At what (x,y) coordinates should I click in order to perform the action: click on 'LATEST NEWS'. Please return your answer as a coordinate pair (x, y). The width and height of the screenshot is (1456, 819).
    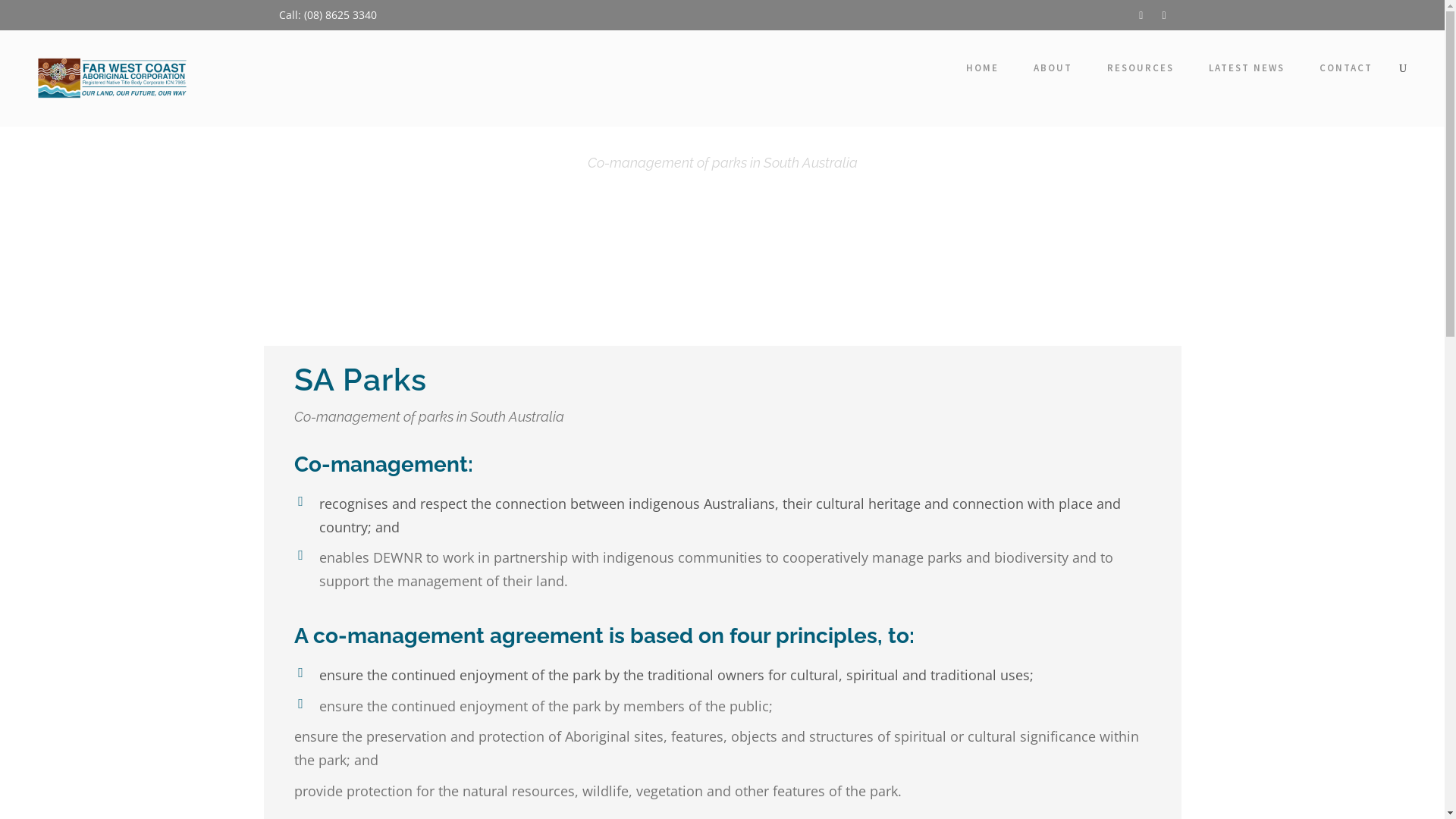
    Looking at the image, I should click on (1246, 71).